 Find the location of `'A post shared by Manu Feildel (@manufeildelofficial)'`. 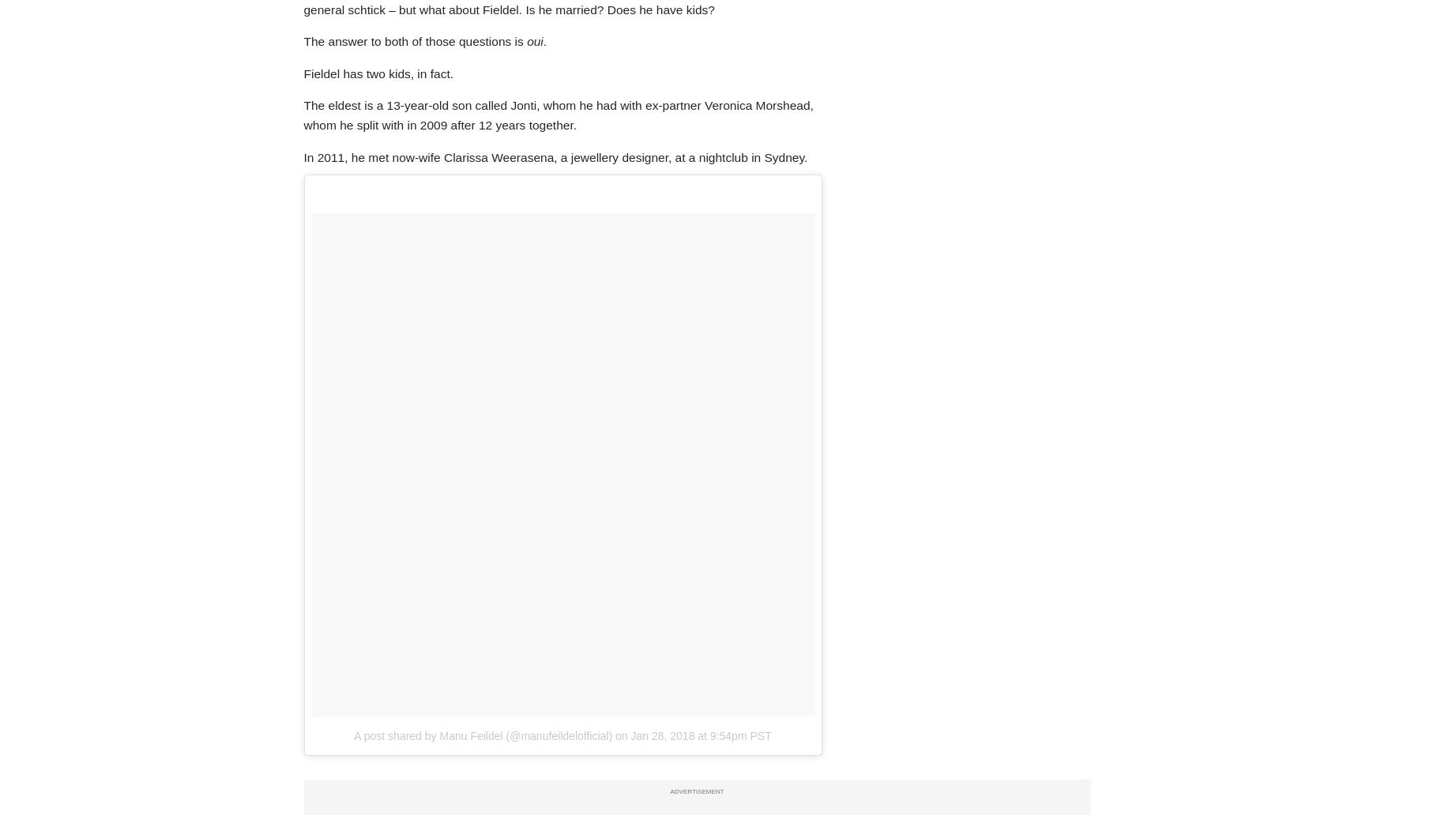

'A post shared by Manu Feildel (@manufeildelofficial)' is located at coordinates (482, 734).